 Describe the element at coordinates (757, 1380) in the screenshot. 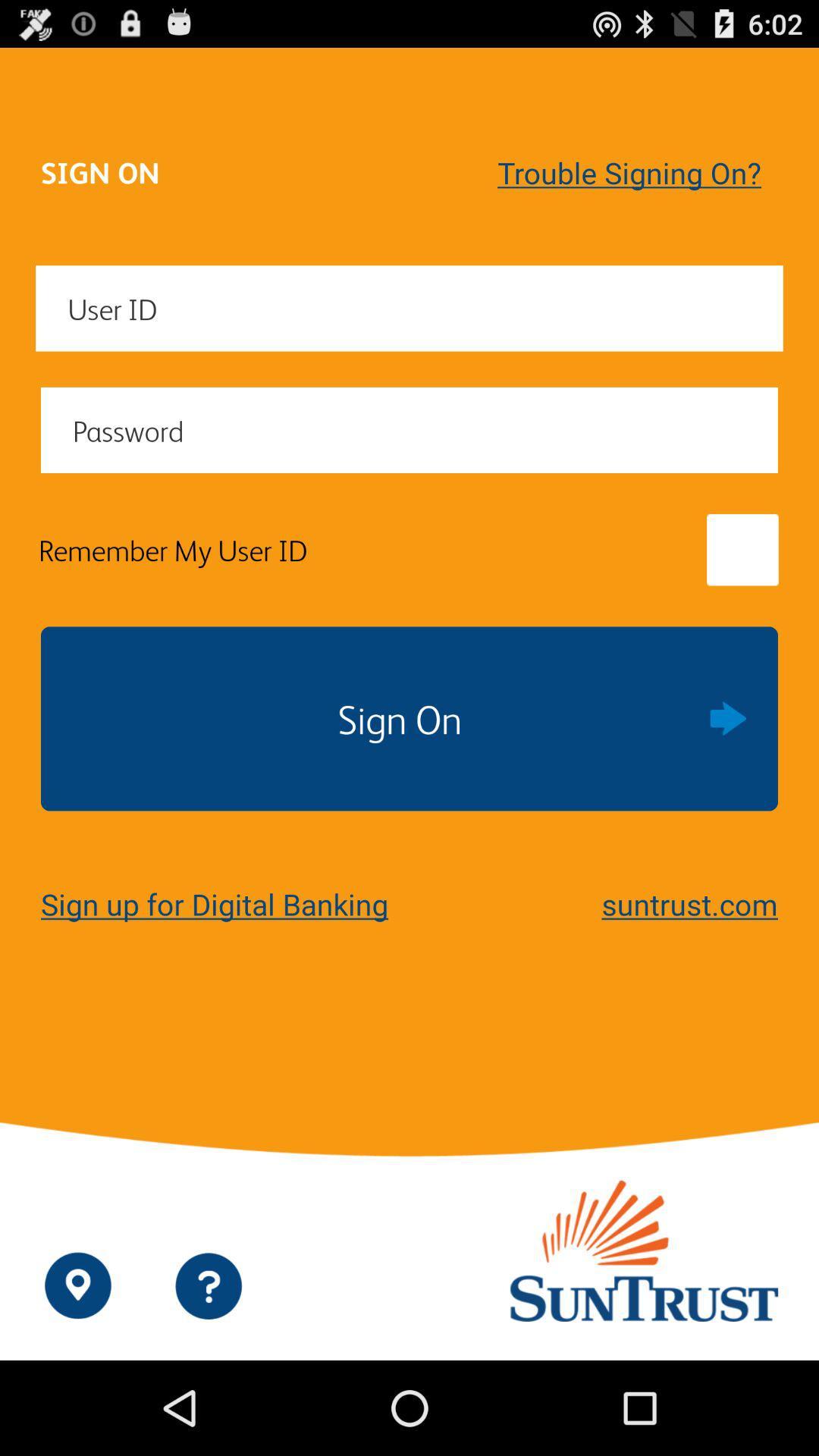

I see `the flight icon` at that location.